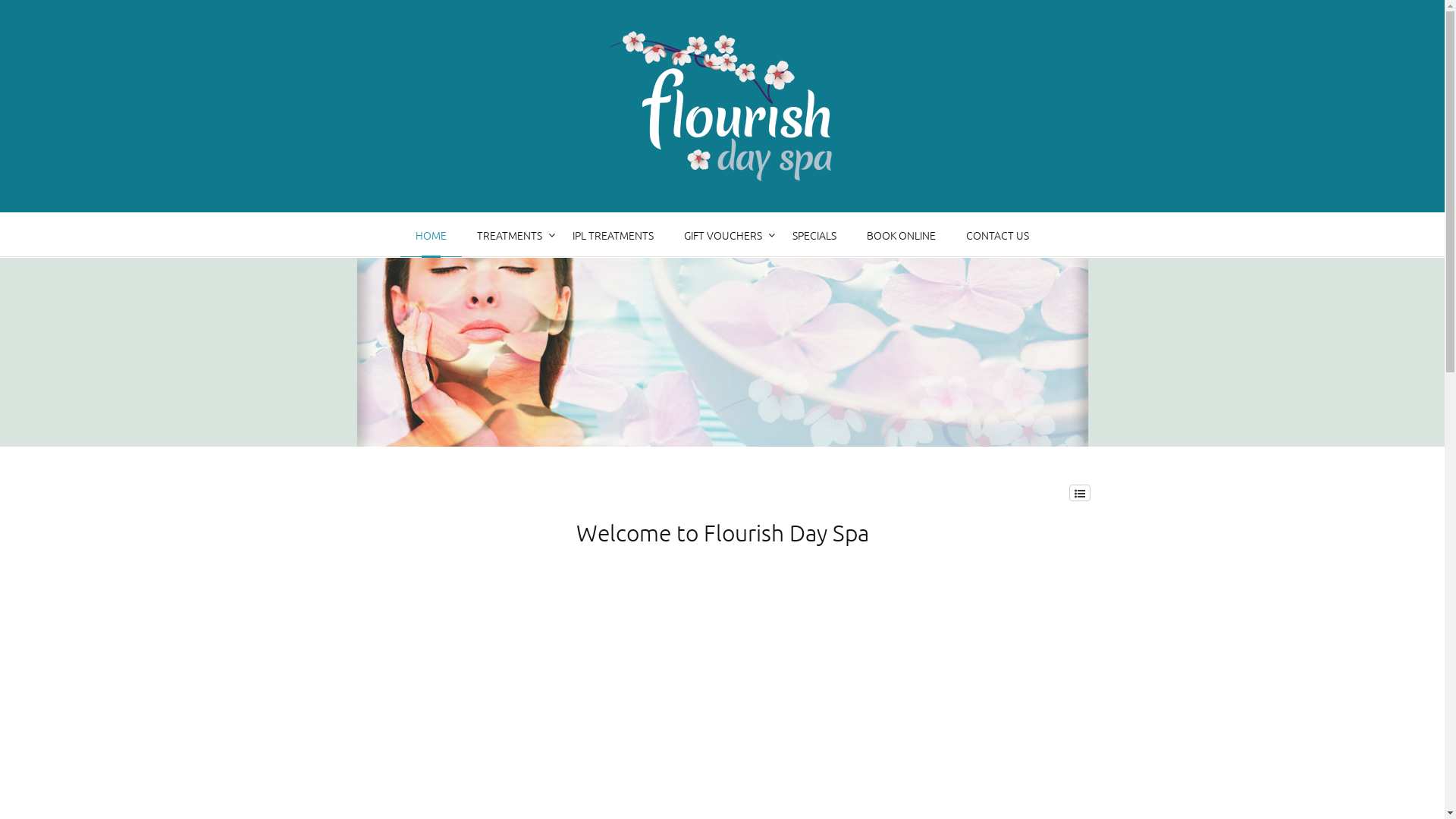 This screenshot has height=819, width=1456. I want to click on 'BOOK ONLINE', so click(852, 234).